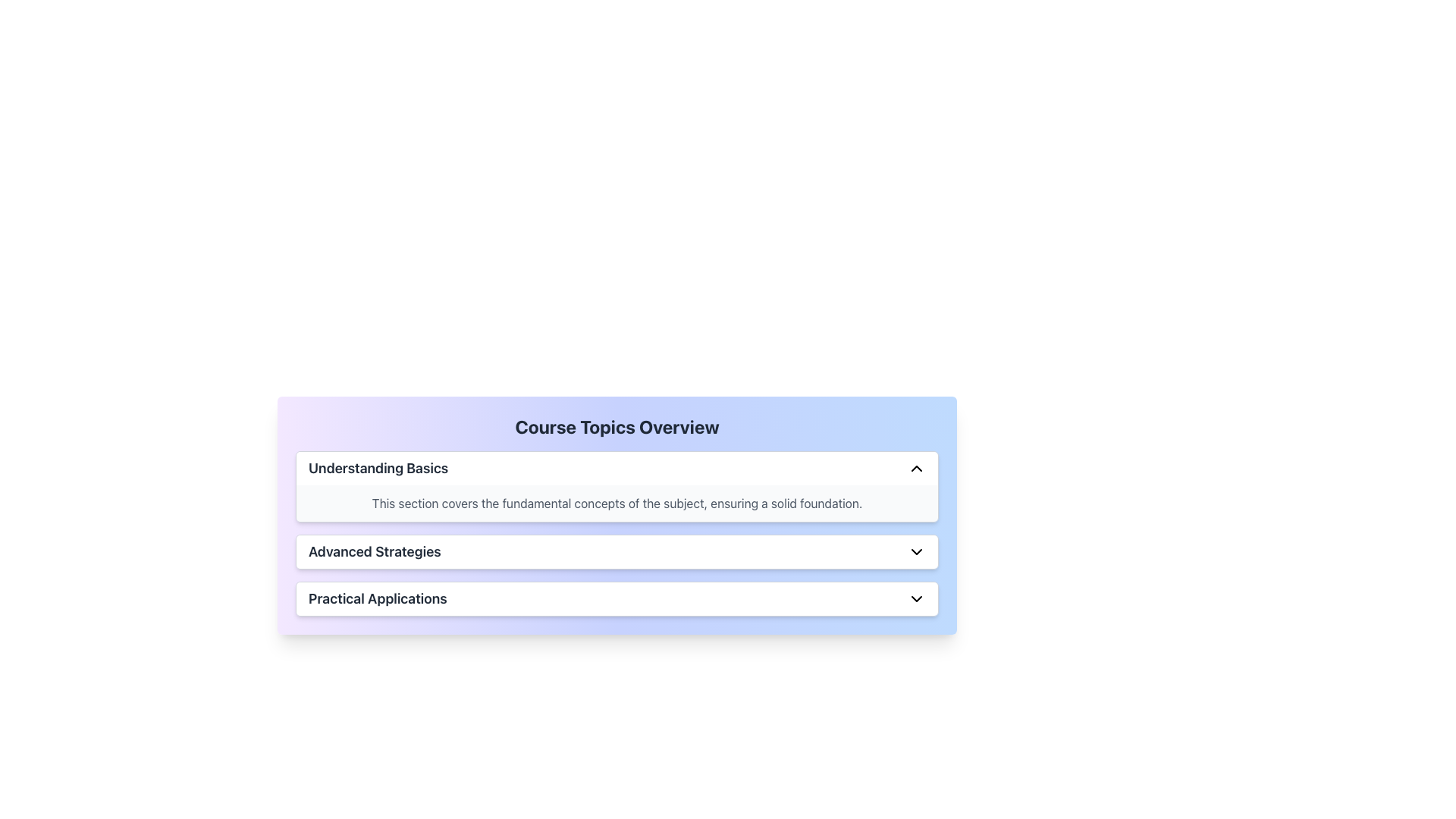  I want to click on the Chevron Down icon, which is located at the rightmost end of the 'Practical Applications' row, so click(916, 598).